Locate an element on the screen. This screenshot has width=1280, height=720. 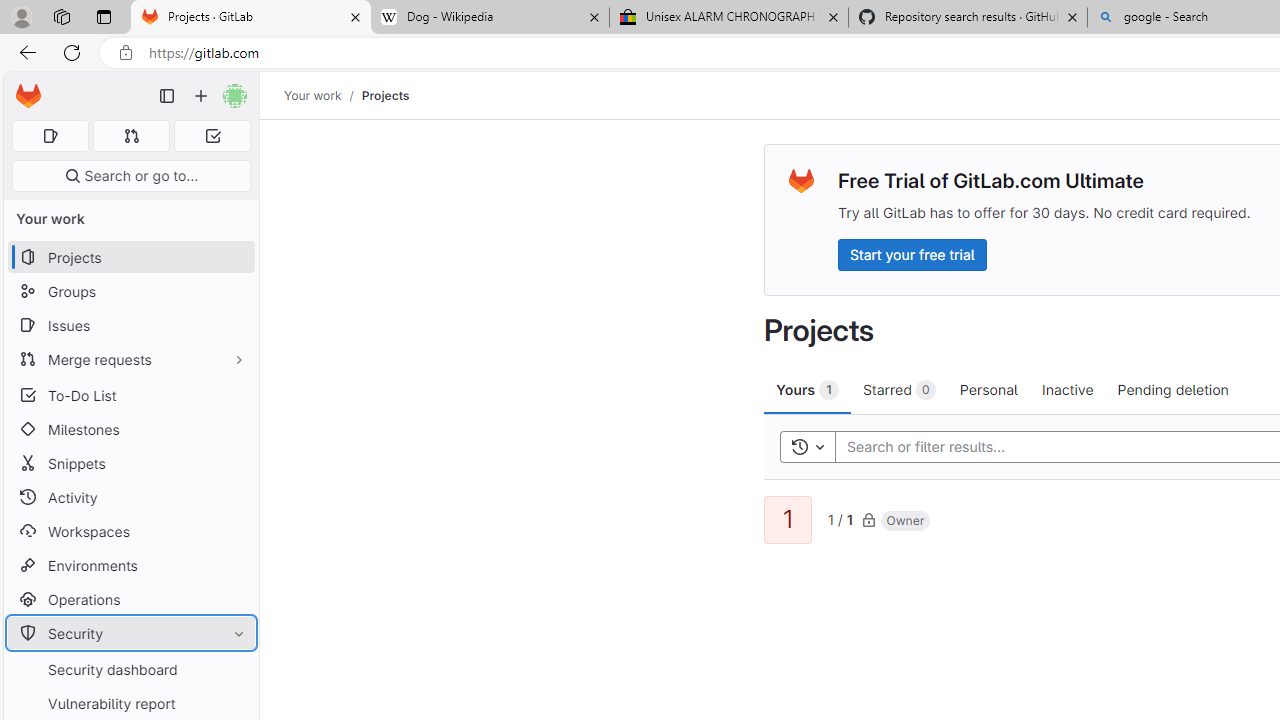
'To-Do List' is located at coordinates (130, 395).